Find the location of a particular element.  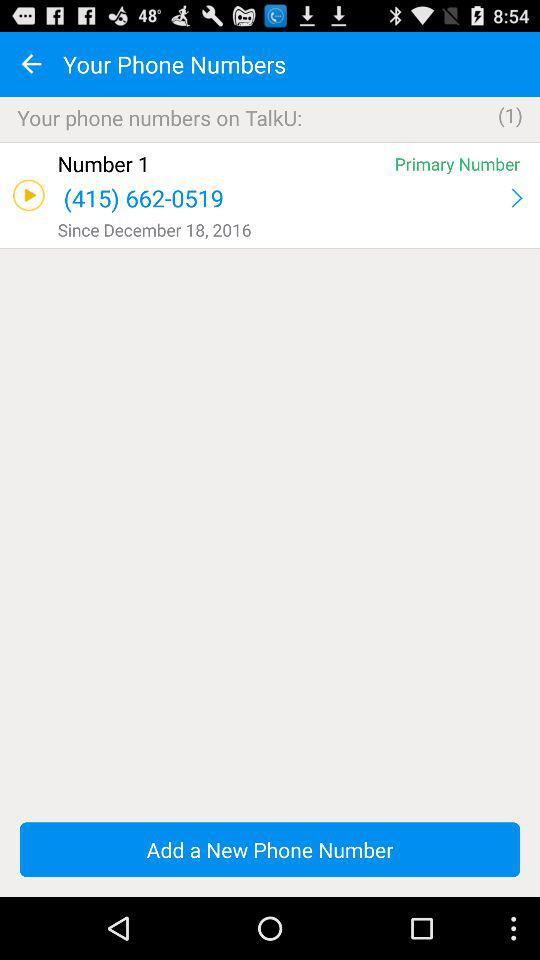

the app below the number 1 icon is located at coordinates (281, 198).